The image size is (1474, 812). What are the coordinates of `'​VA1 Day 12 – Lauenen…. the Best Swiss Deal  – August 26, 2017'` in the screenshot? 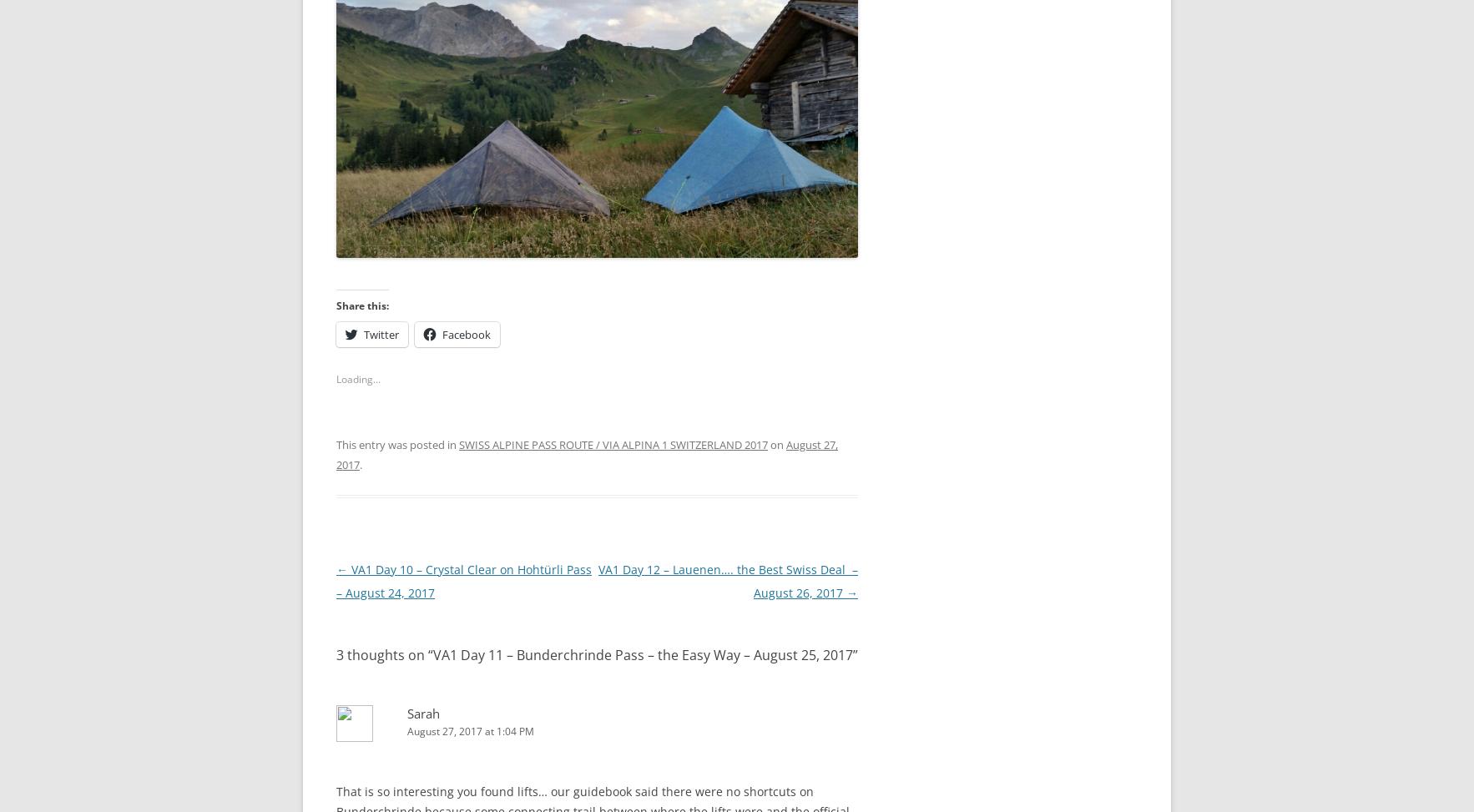 It's located at (727, 576).